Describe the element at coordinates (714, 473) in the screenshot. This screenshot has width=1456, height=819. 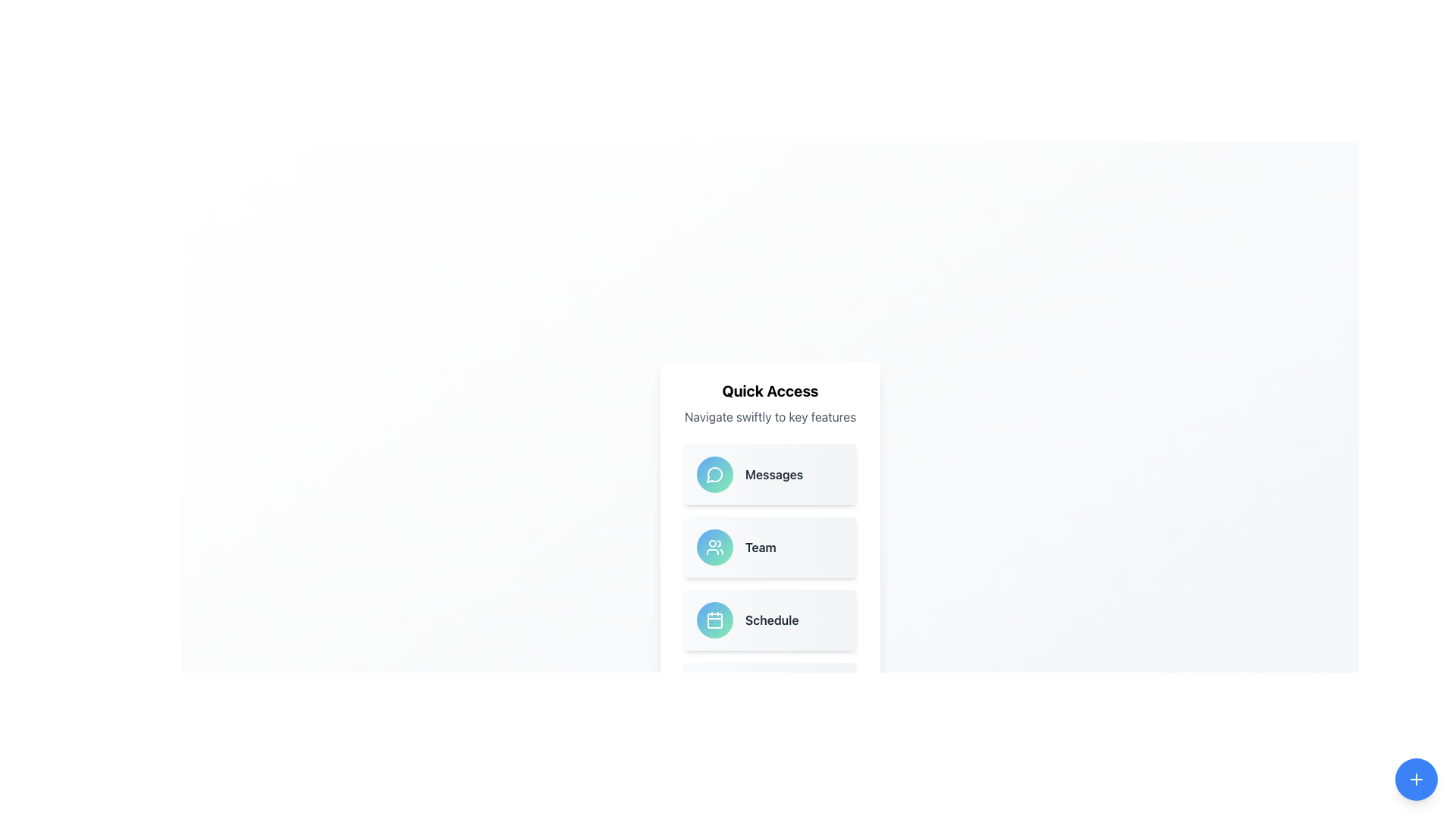
I see `the 'Messages' Icon Button` at that location.